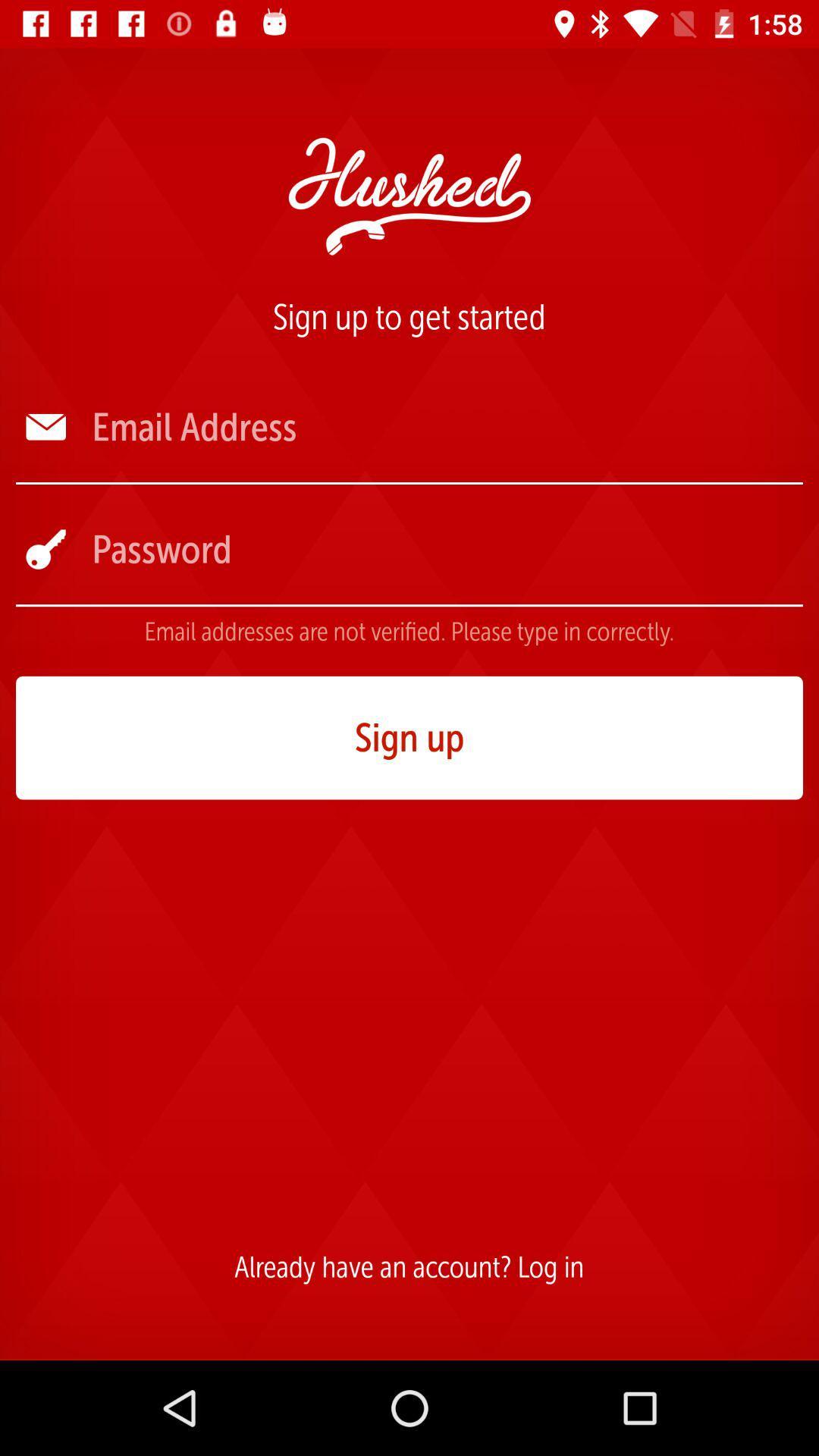 This screenshot has height=1456, width=819. I want to click on email field, so click(445, 426).